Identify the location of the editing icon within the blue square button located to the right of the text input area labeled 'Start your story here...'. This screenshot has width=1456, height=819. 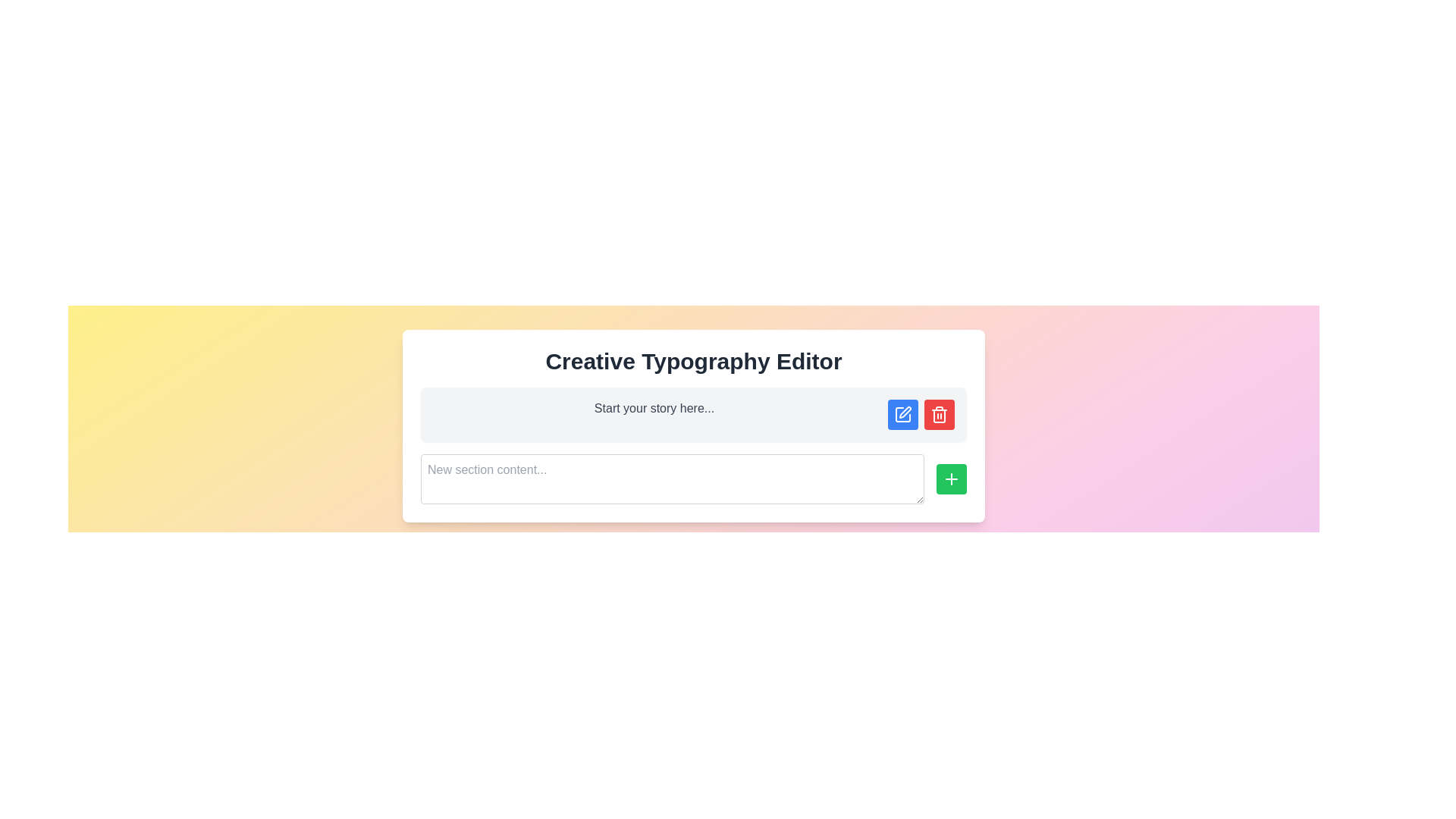
(905, 412).